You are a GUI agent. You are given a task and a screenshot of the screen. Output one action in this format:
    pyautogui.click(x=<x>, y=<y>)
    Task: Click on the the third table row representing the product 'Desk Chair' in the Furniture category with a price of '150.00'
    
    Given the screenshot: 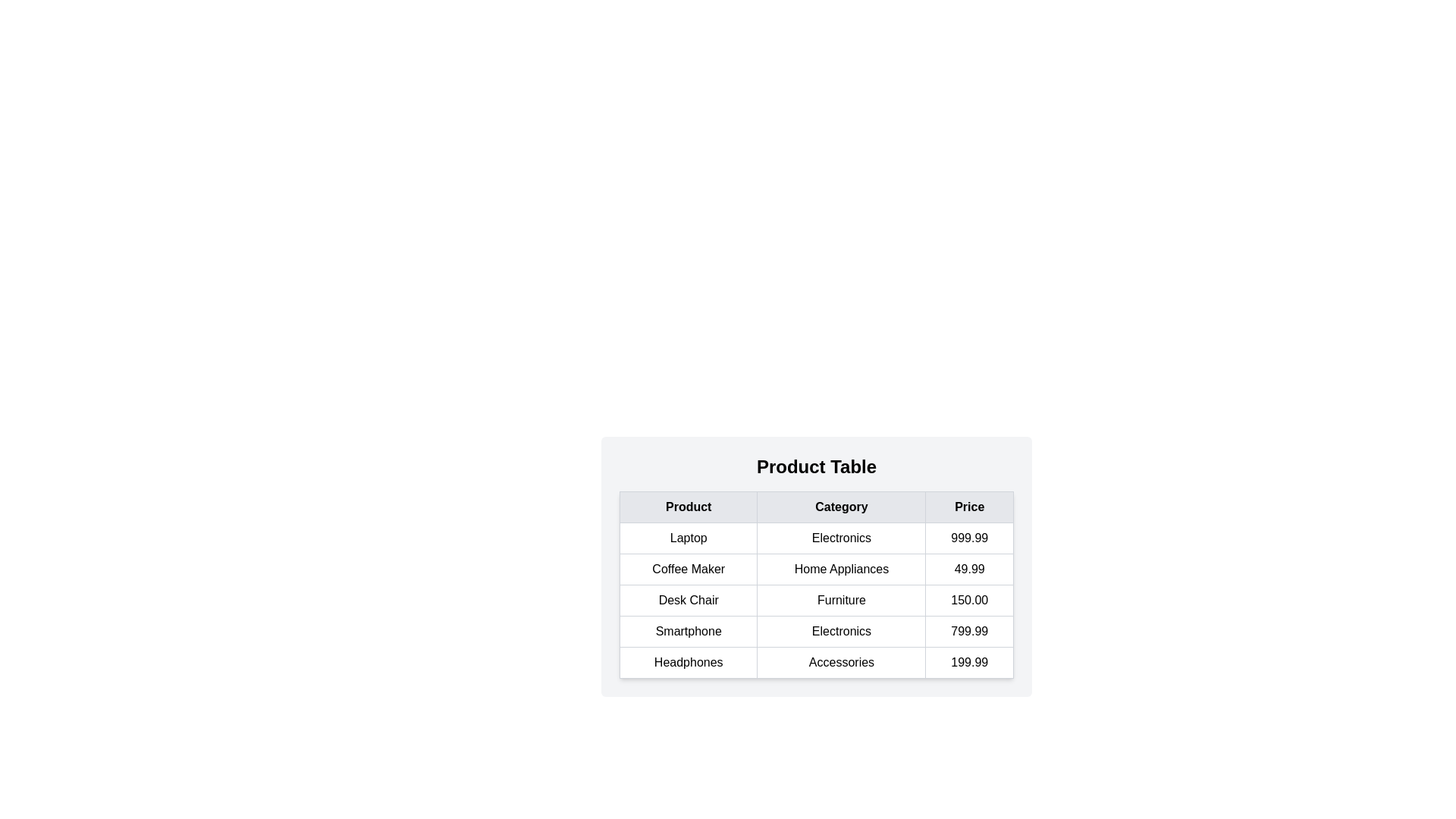 What is the action you would take?
    pyautogui.click(x=815, y=599)
    